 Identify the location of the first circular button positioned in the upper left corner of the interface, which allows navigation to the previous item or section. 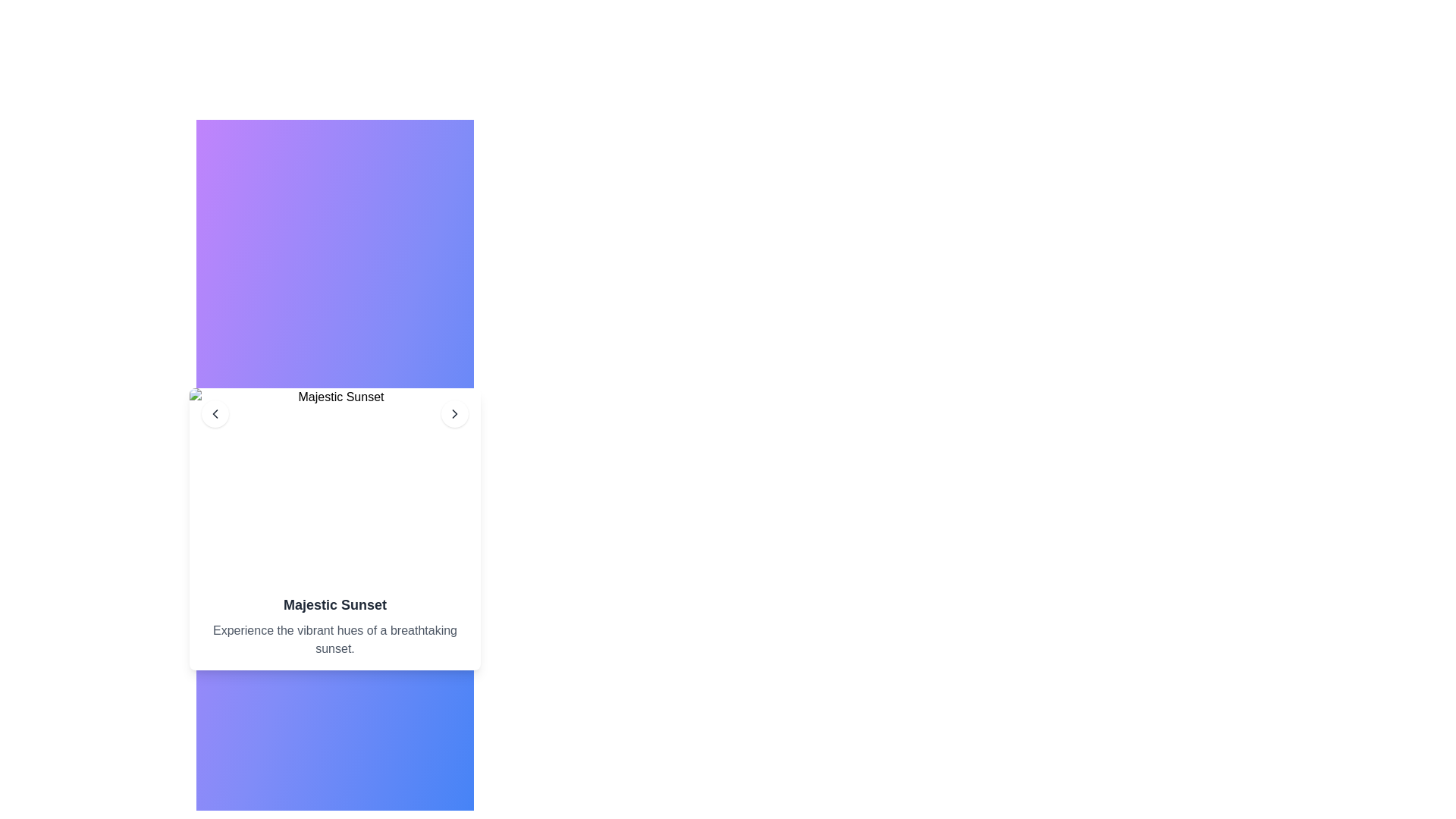
(214, 414).